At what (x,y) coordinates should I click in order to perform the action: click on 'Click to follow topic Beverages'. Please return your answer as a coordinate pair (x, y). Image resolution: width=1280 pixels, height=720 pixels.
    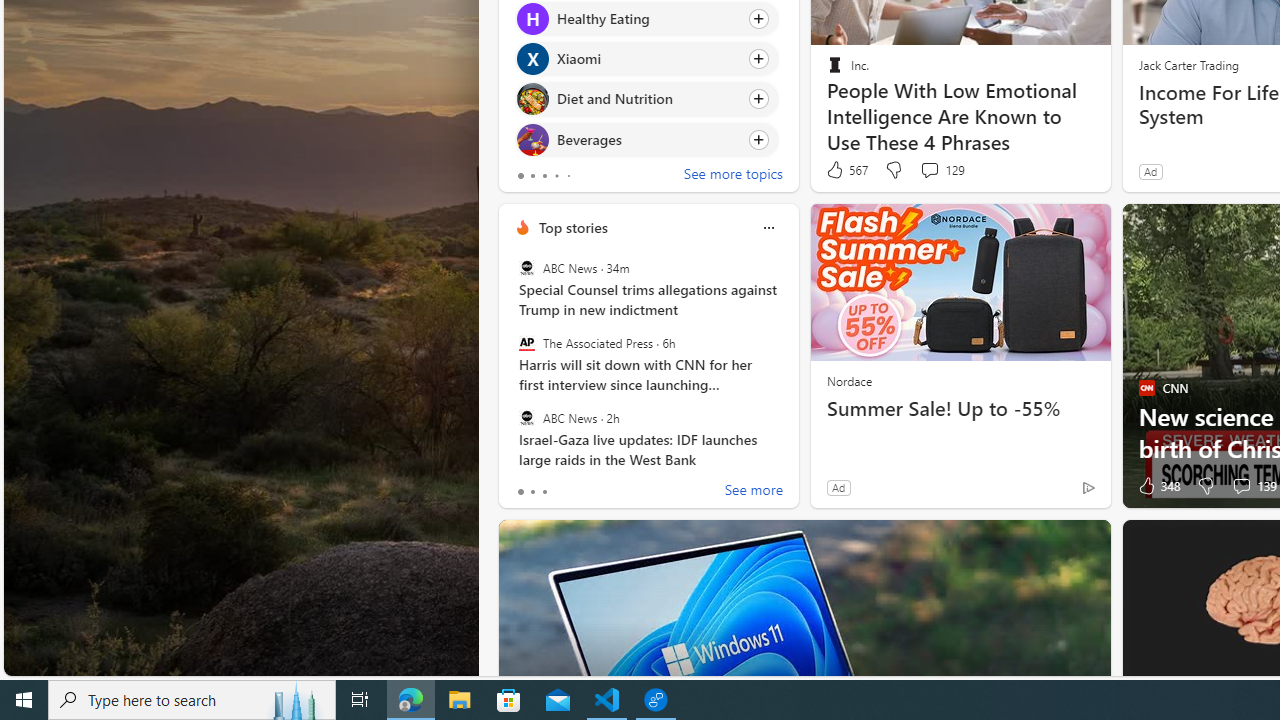
    Looking at the image, I should click on (647, 138).